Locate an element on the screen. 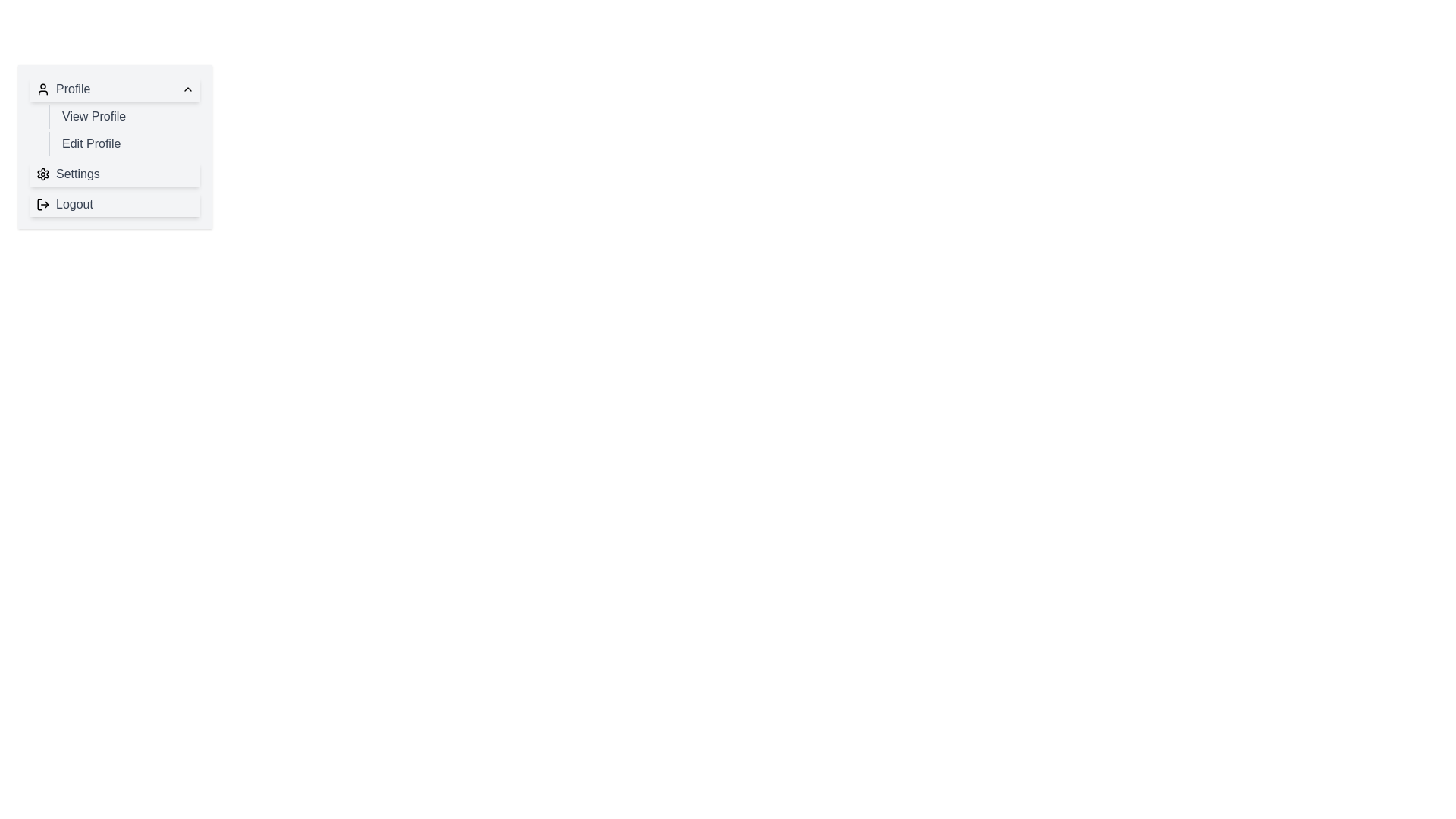 Image resolution: width=1456 pixels, height=819 pixels. the log-out button located at the bottom of the vertical menu list to terminate the session and log out of the application is located at coordinates (64, 205).